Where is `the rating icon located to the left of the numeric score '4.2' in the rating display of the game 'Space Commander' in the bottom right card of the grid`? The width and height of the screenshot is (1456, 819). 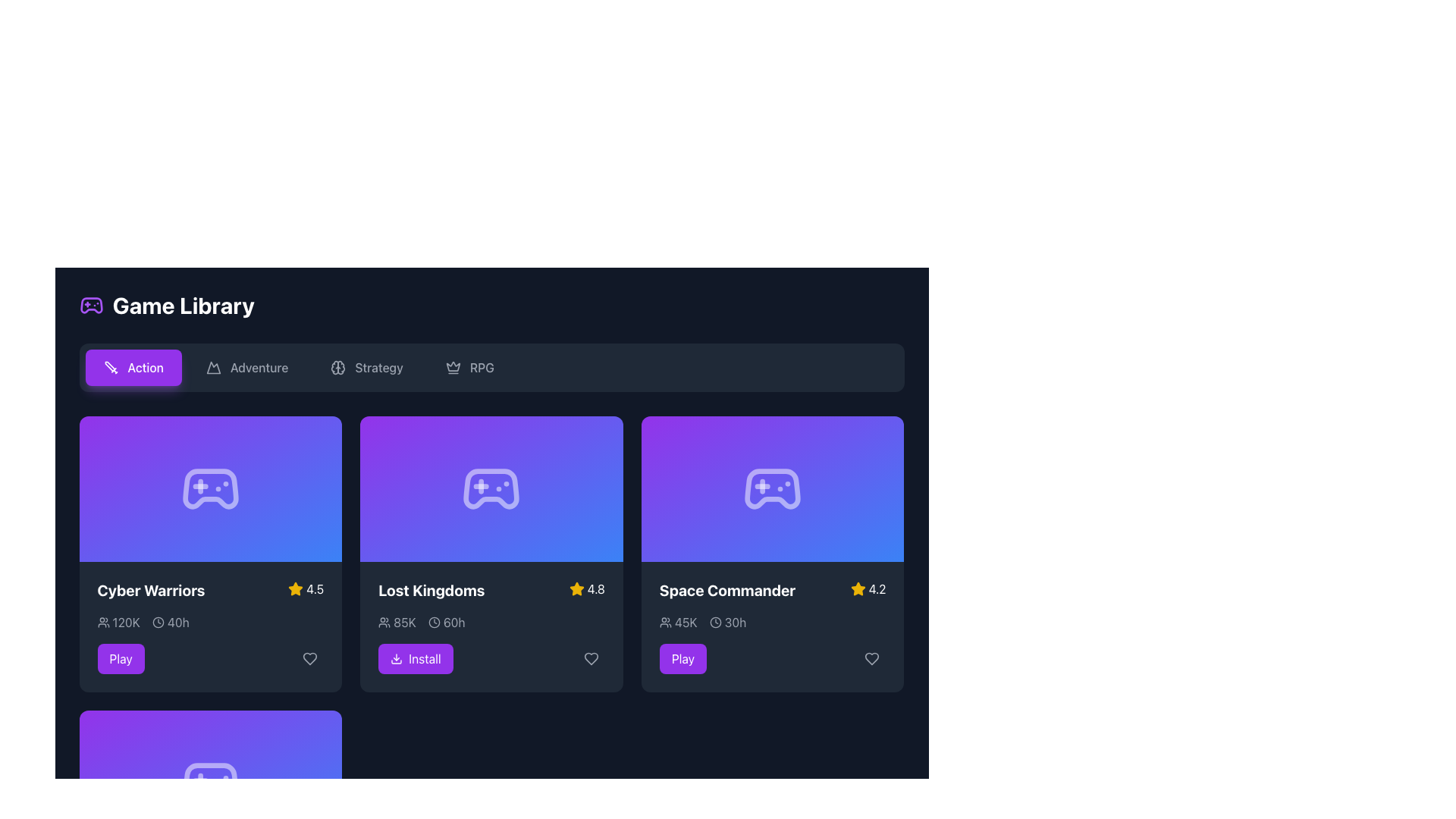 the rating icon located to the left of the numeric score '4.2' in the rating display of the game 'Space Commander' in the bottom right card of the grid is located at coordinates (858, 588).